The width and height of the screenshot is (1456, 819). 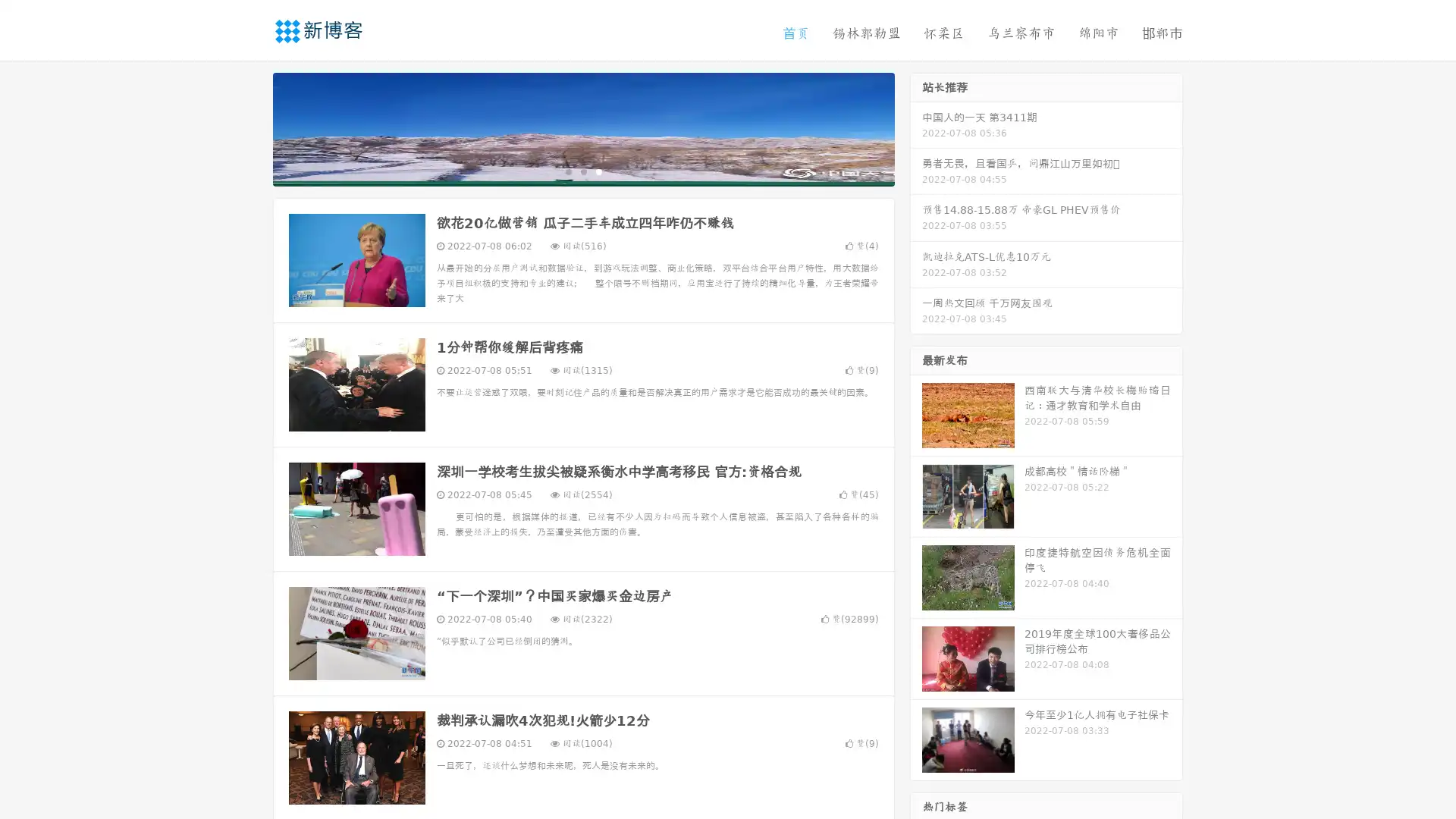 I want to click on Go to slide 3, so click(x=598, y=171).